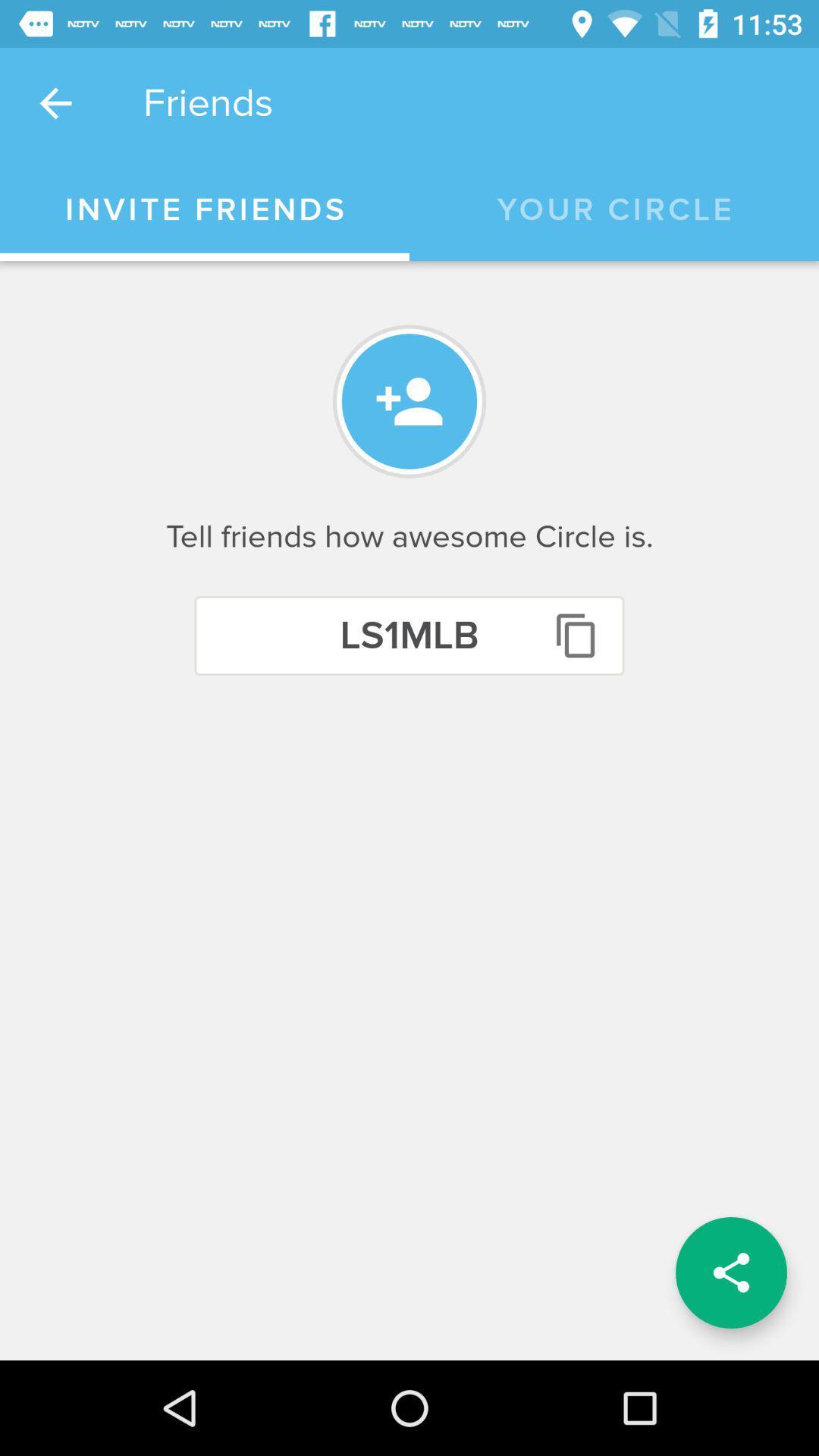  Describe the element at coordinates (409, 635) in the screenshot. I see `the icon below tell friends how` at that location.